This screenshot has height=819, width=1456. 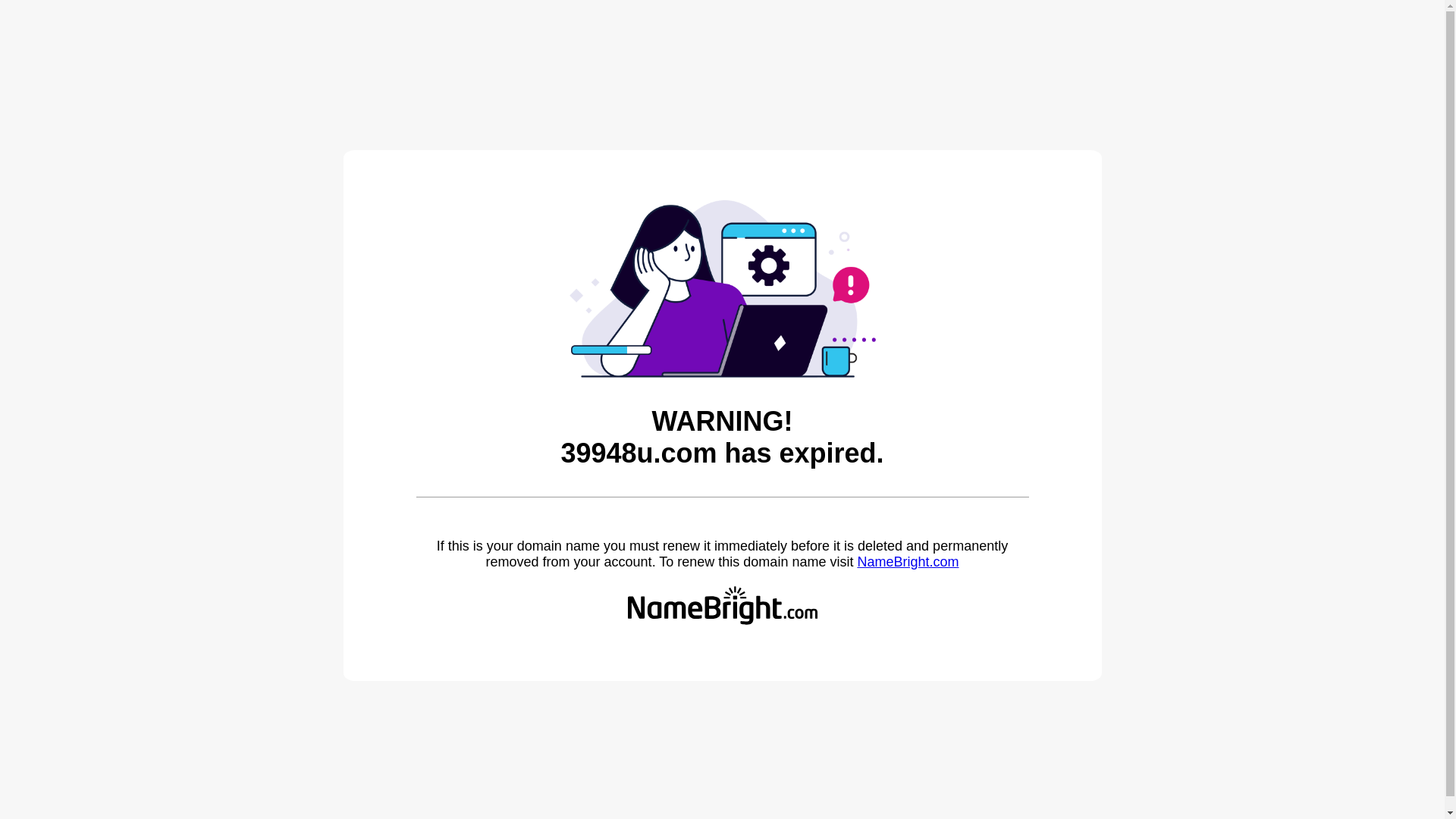 What do you see at coordinates (907, 561) in the screenshot?
I see `'NameBright.com'` at bounding box center [907, 561].